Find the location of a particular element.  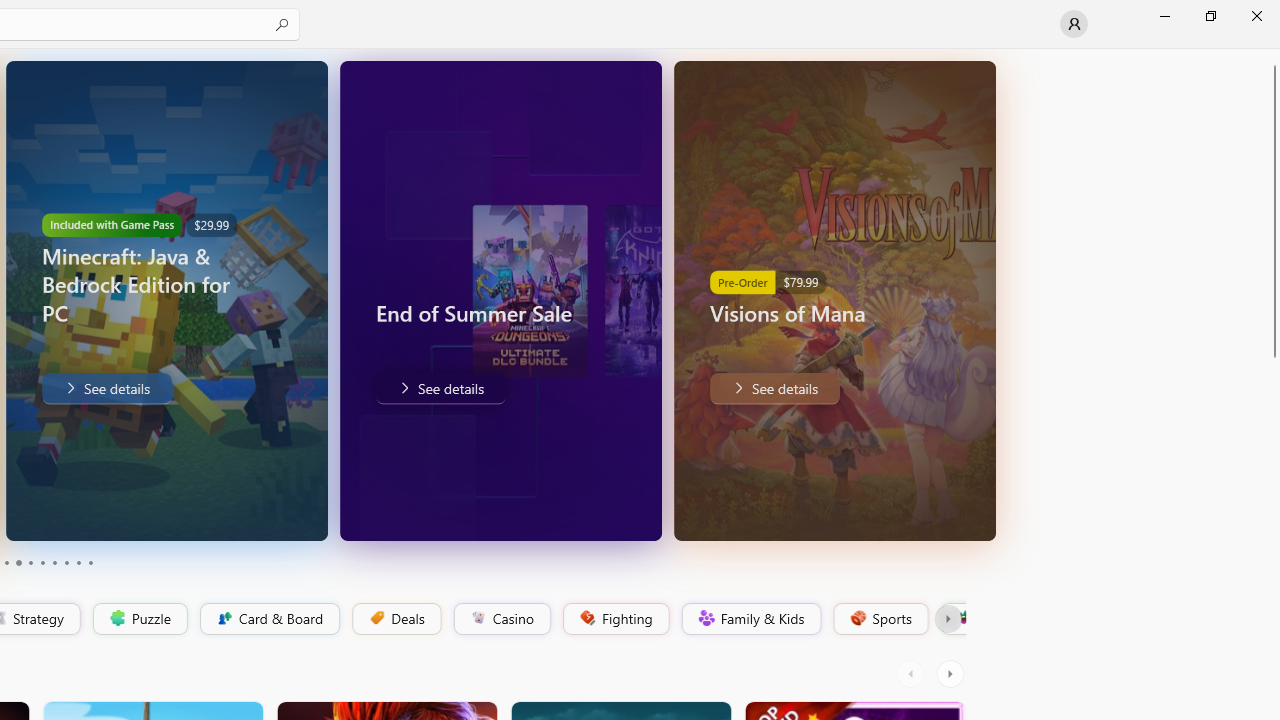

'Family & Kids' is located at coordinates (749, 618).